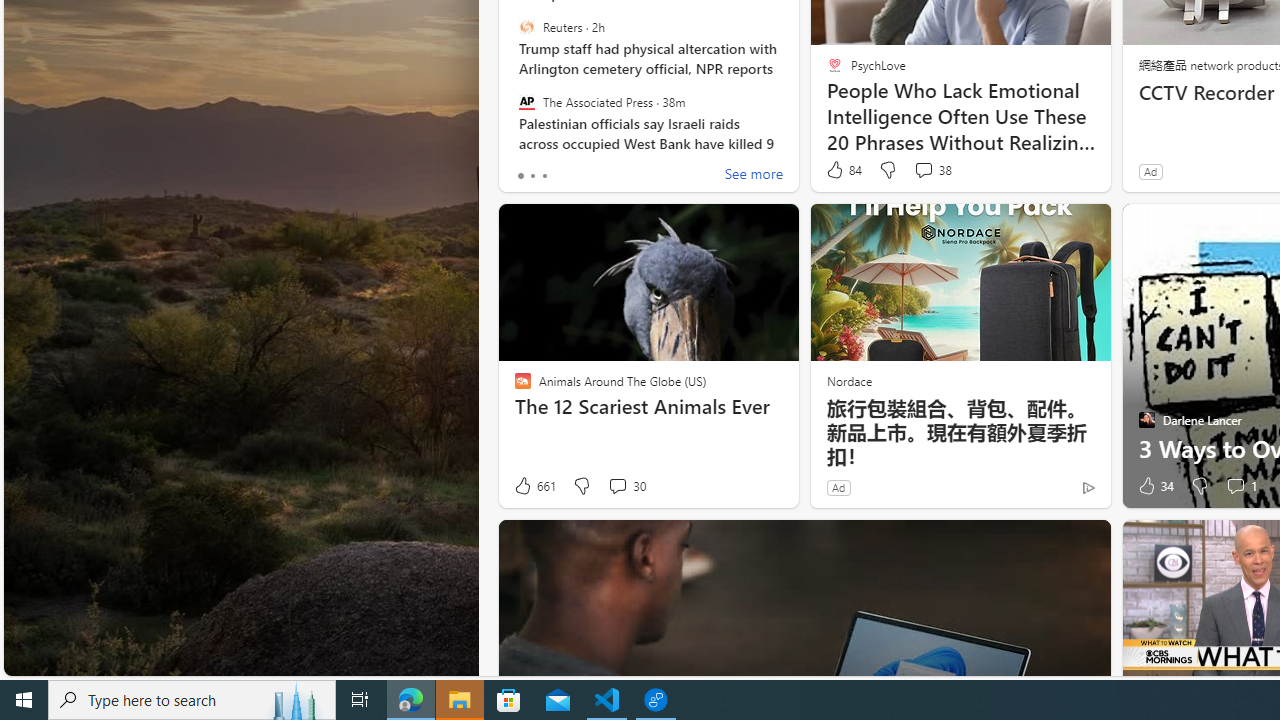  What do you see at coordinates (1200, 486) in the screenshot?
I see `'Dislike'` at bounding box center [1200, 486].